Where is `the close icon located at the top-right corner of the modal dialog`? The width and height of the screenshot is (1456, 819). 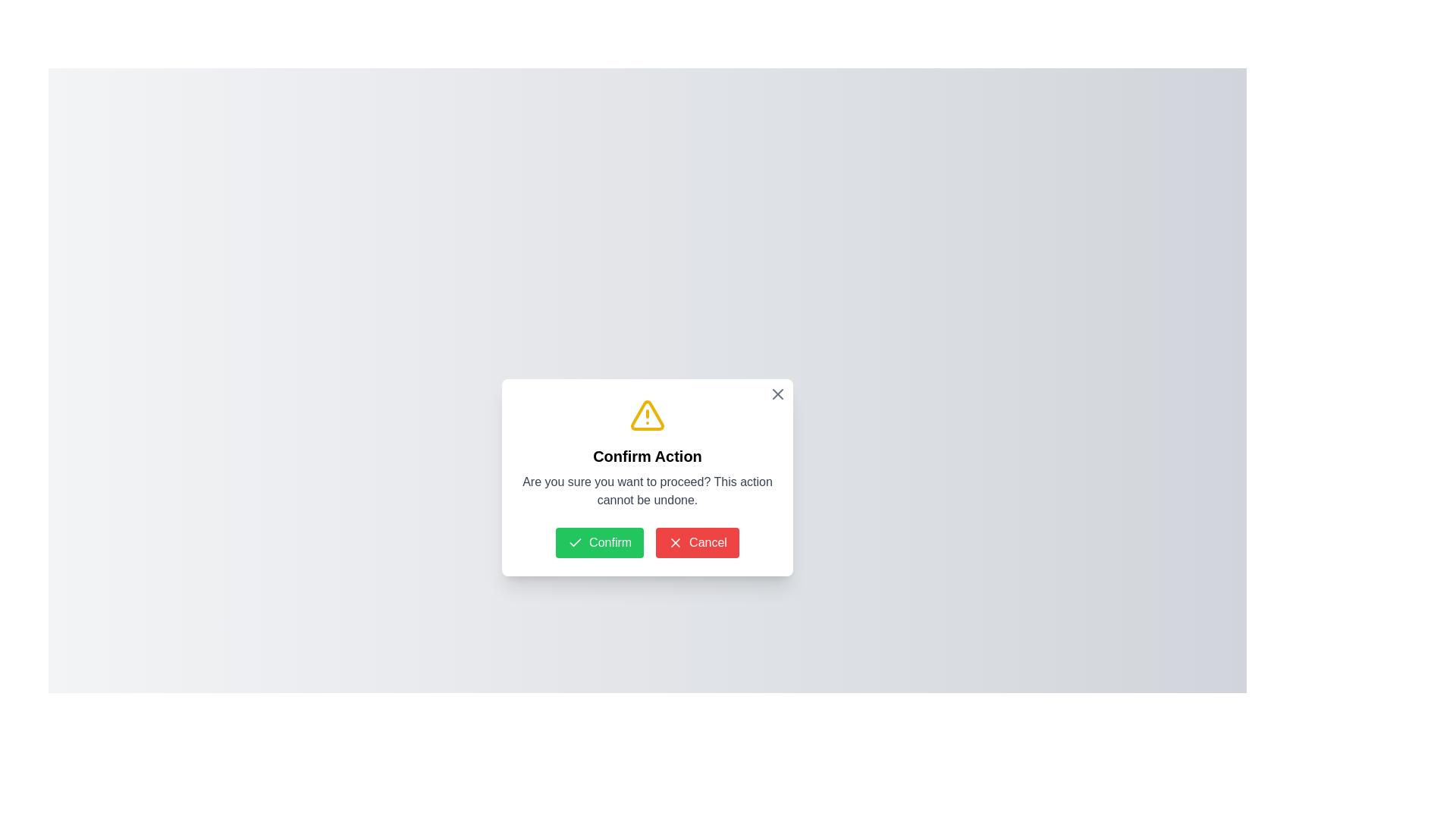
the close icon located at the top-right corner of the modal dialog is located at coordinates (778, 394).